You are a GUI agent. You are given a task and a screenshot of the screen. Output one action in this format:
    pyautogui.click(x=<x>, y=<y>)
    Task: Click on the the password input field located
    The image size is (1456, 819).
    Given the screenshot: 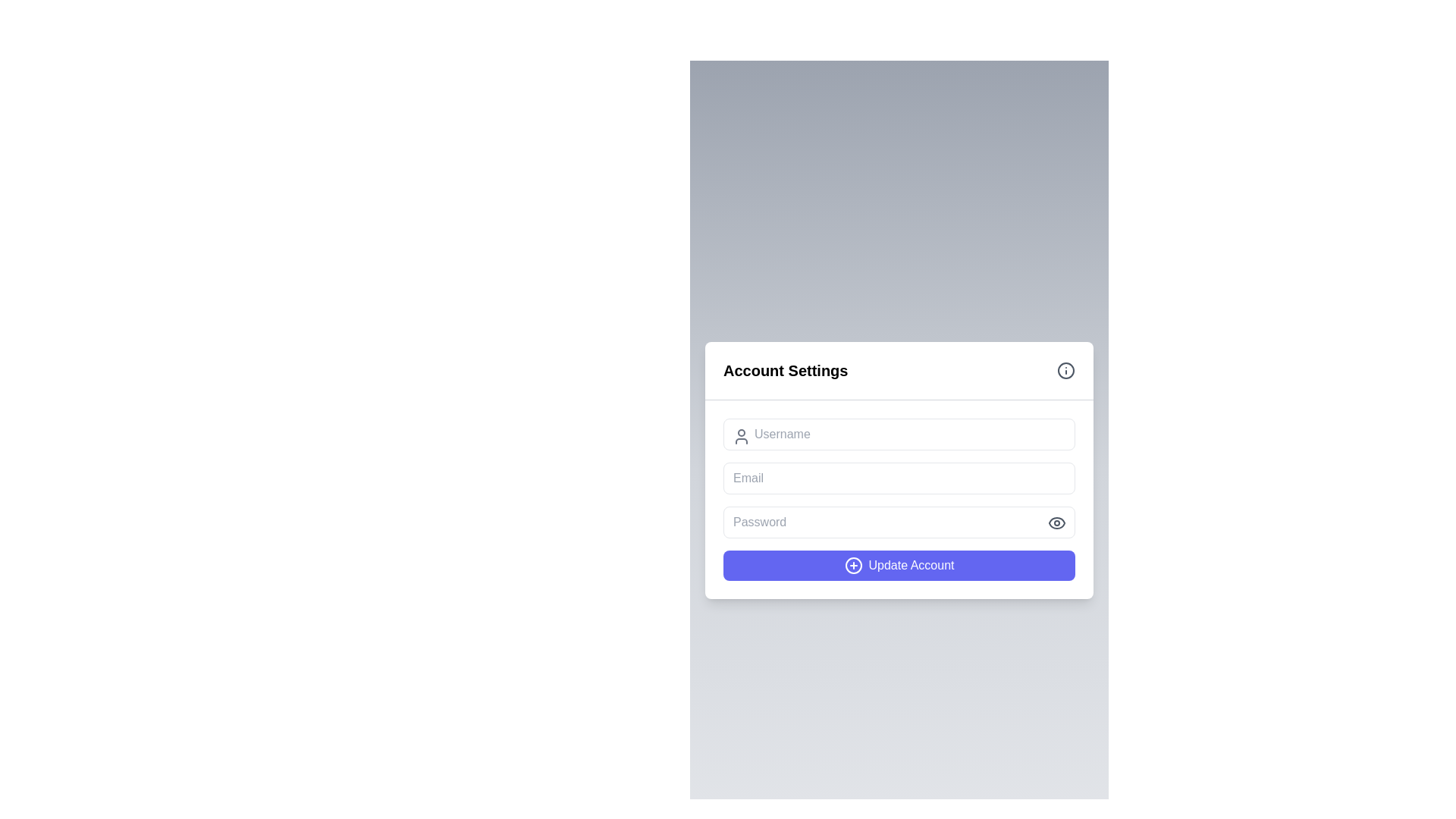 What is the action you would take?
    pyautogui.click(x=899, y=520)
    